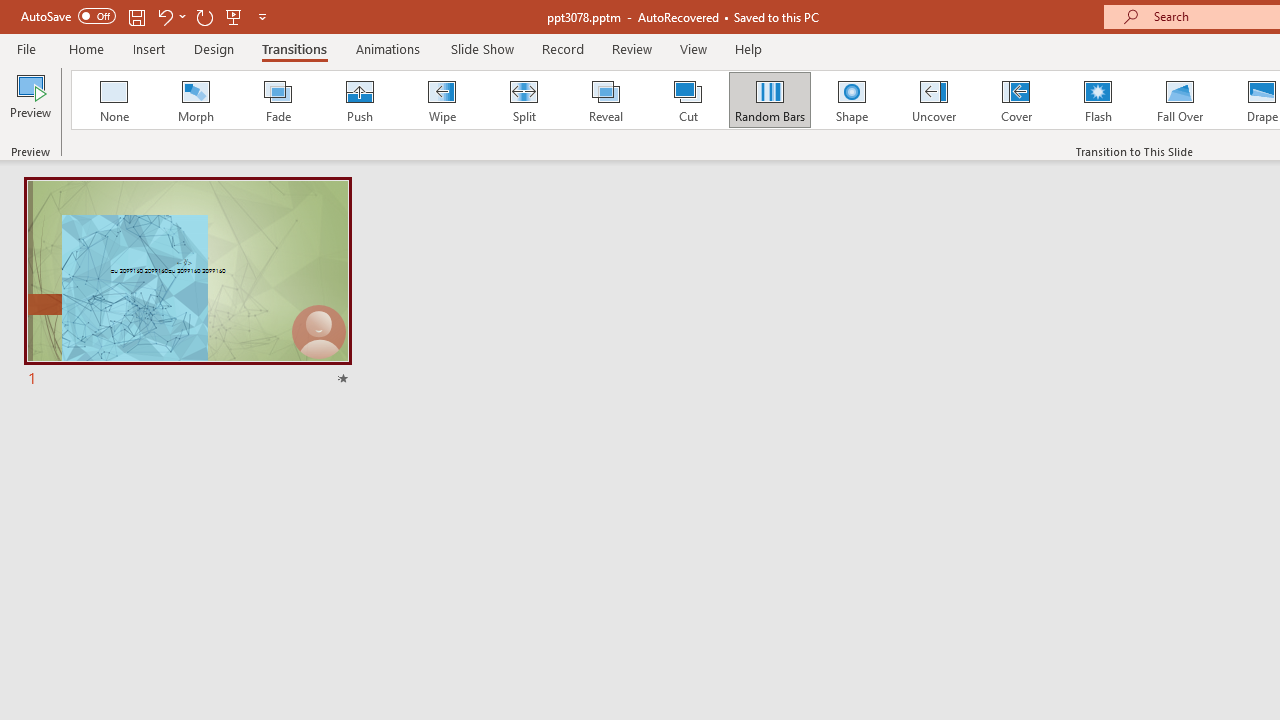 The width and height of the screenshot is (1280, 720). Describe the element at coordinates (440, 100) in the screenshot. I see `'Wipe'` at that location.